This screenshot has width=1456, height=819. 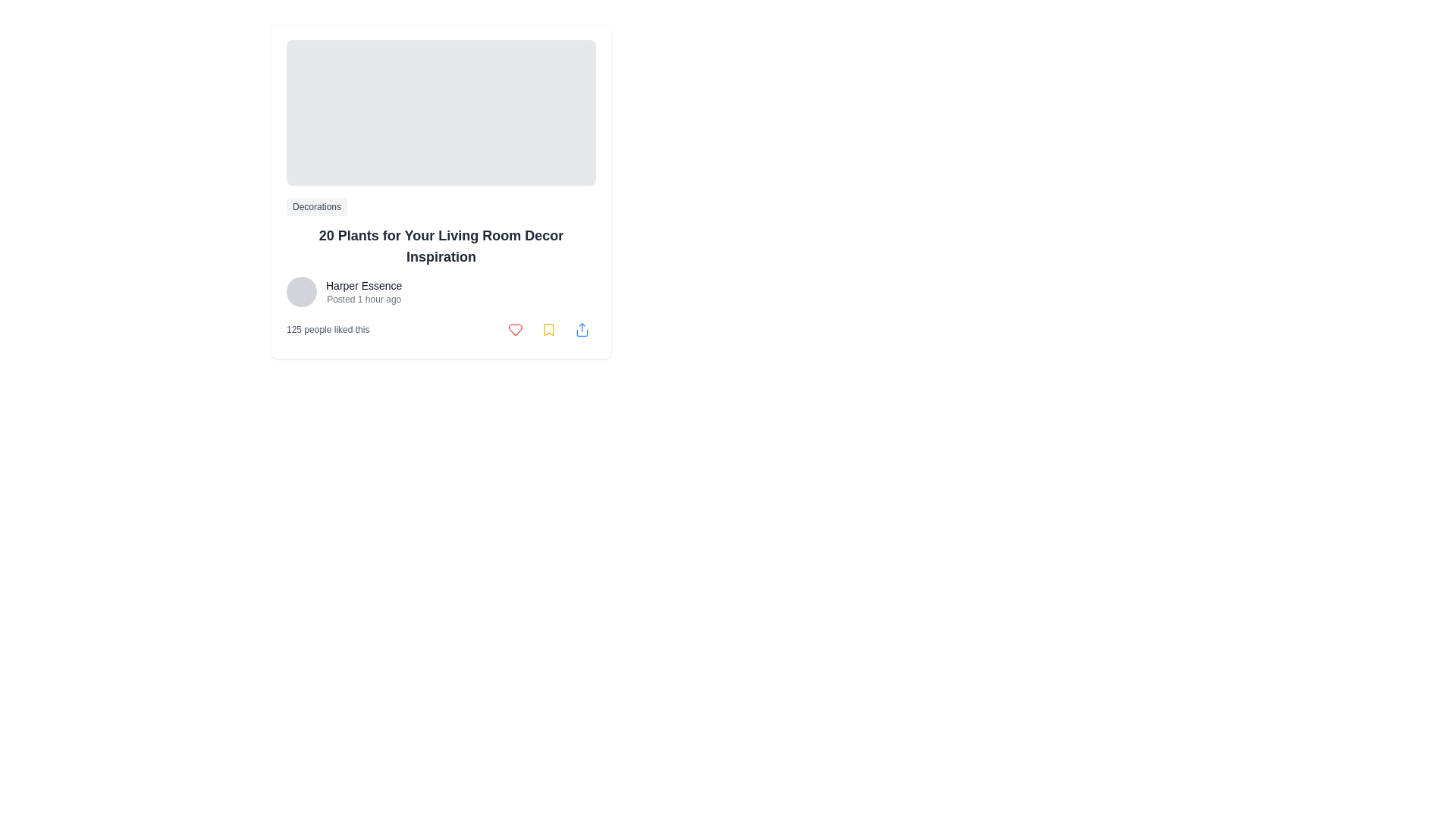 I want to click on the Information display block that shows the username and timestamp of the post, so click(x=364, y=292).